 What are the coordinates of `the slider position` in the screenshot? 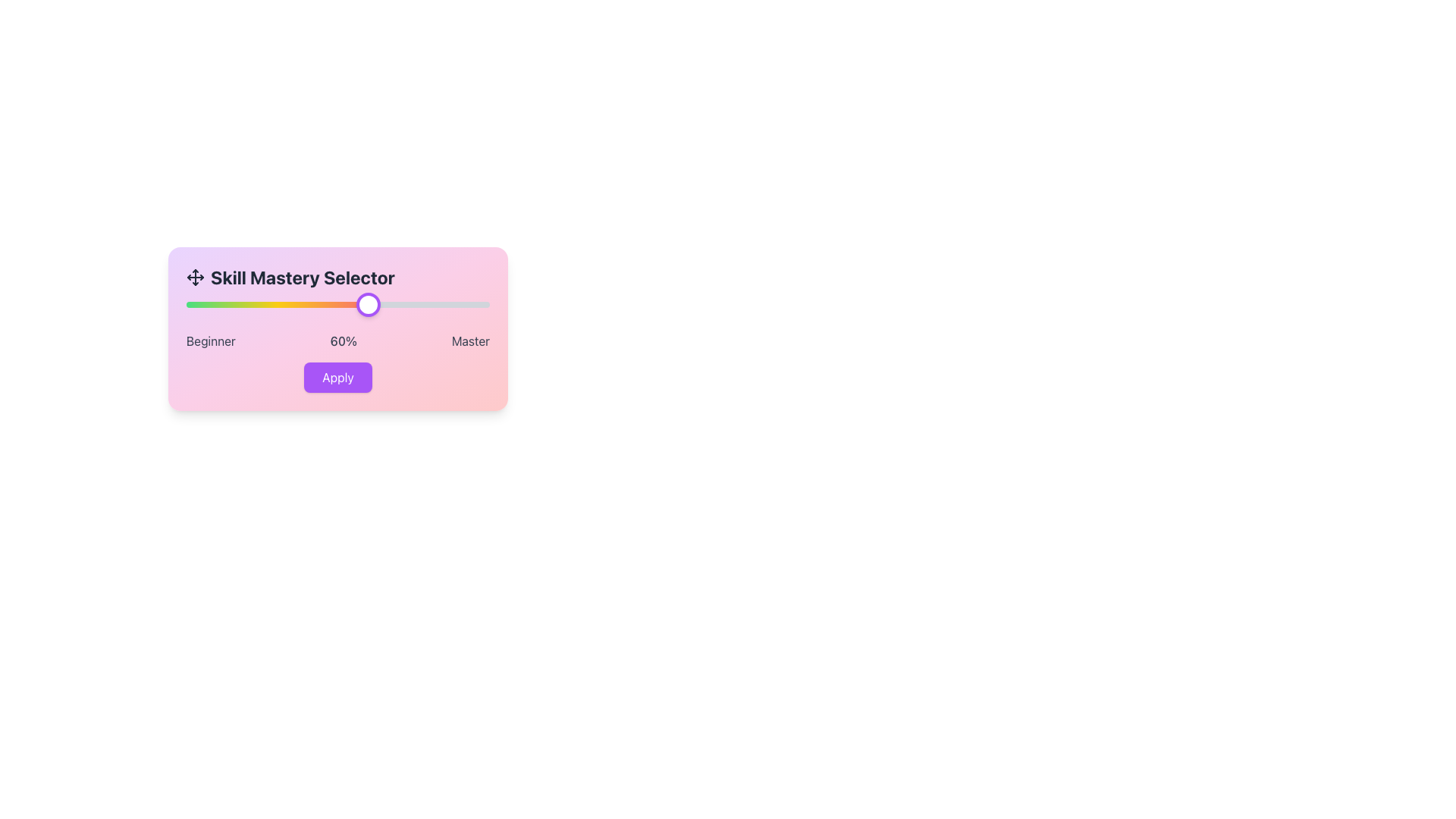 It's located at (447, 304).